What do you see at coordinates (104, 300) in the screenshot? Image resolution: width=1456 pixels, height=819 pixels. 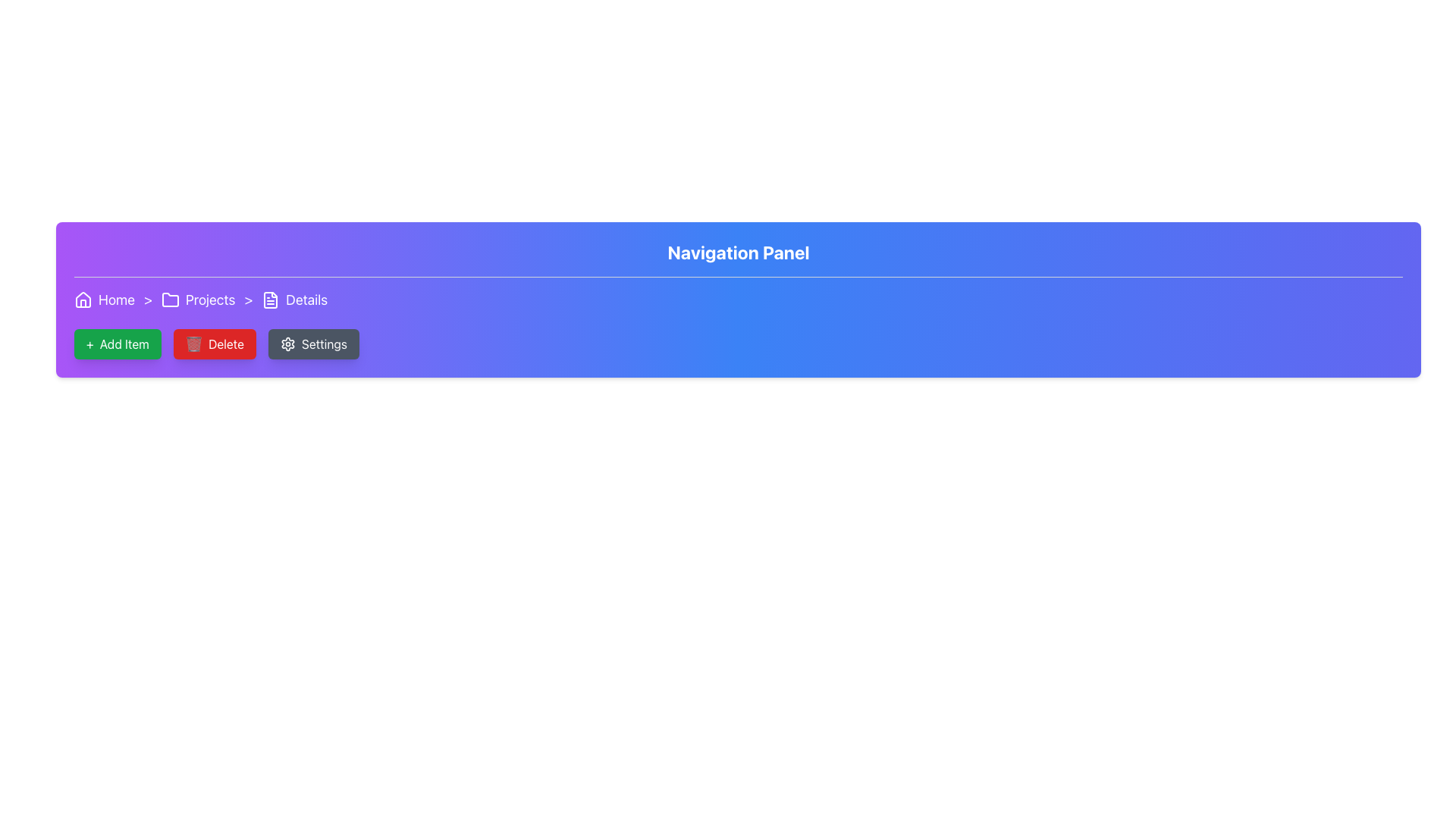 I see `the 'Home' breadcrumb item in the breadcrumb navigation bar, which is the first item on the left and indicates the main dashboard of the application` at bounding box center [104, 300].